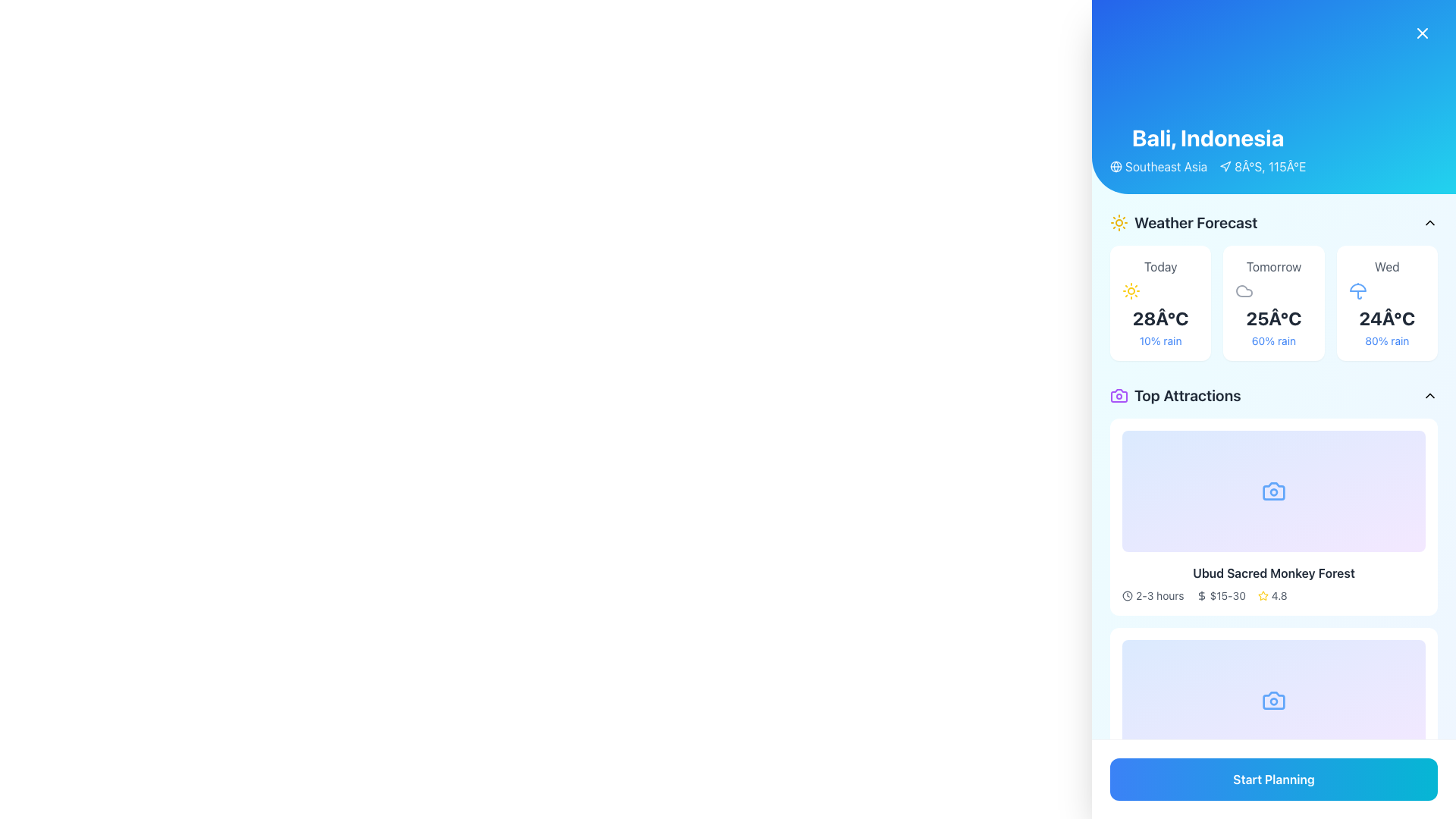 The image size is (1456, 819). Describe the element at coordinates (1207, 149) in the screenshot. I see `the text block displaying the heading 'Bali, Indonesia' and subheading 'Southeast Asia 8°S, 115°E' located in the top-right section of a card-like component` at that location.